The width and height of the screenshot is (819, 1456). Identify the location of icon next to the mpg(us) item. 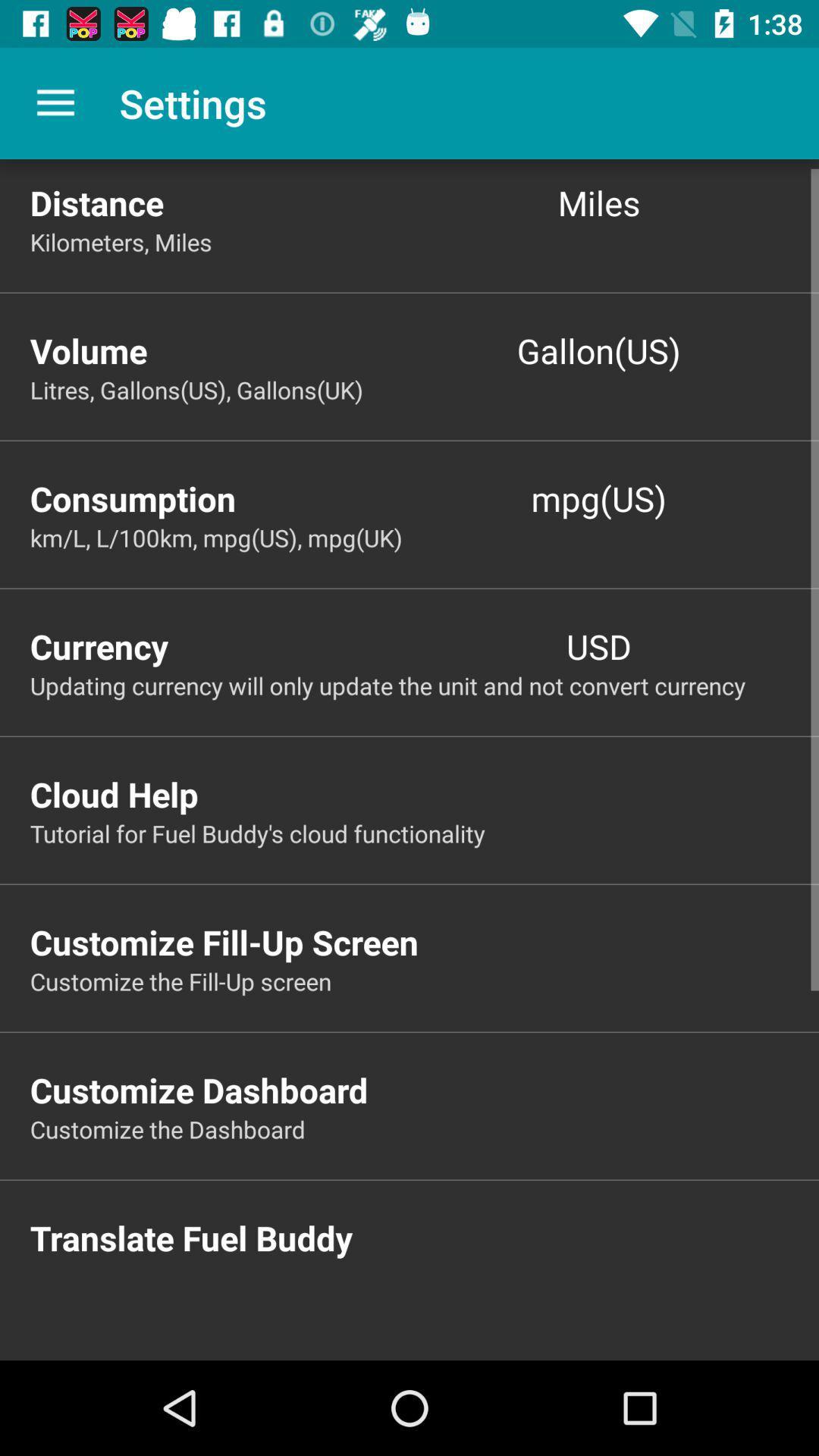
(219, 498).